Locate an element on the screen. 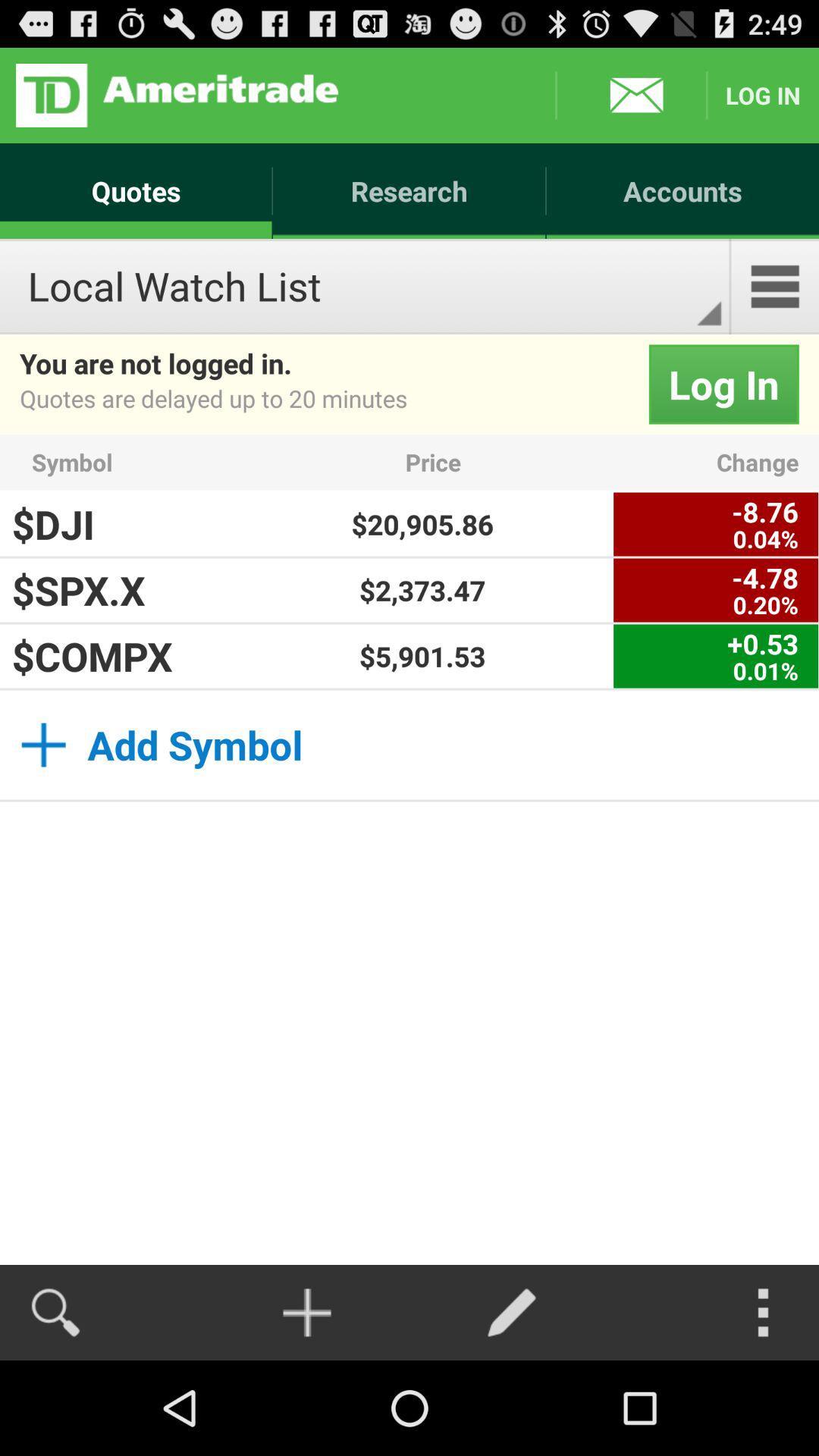 Image resolution: width=819 pixels, height=1456 pixels. the icon above log in item is located at coordinates (775, 287).